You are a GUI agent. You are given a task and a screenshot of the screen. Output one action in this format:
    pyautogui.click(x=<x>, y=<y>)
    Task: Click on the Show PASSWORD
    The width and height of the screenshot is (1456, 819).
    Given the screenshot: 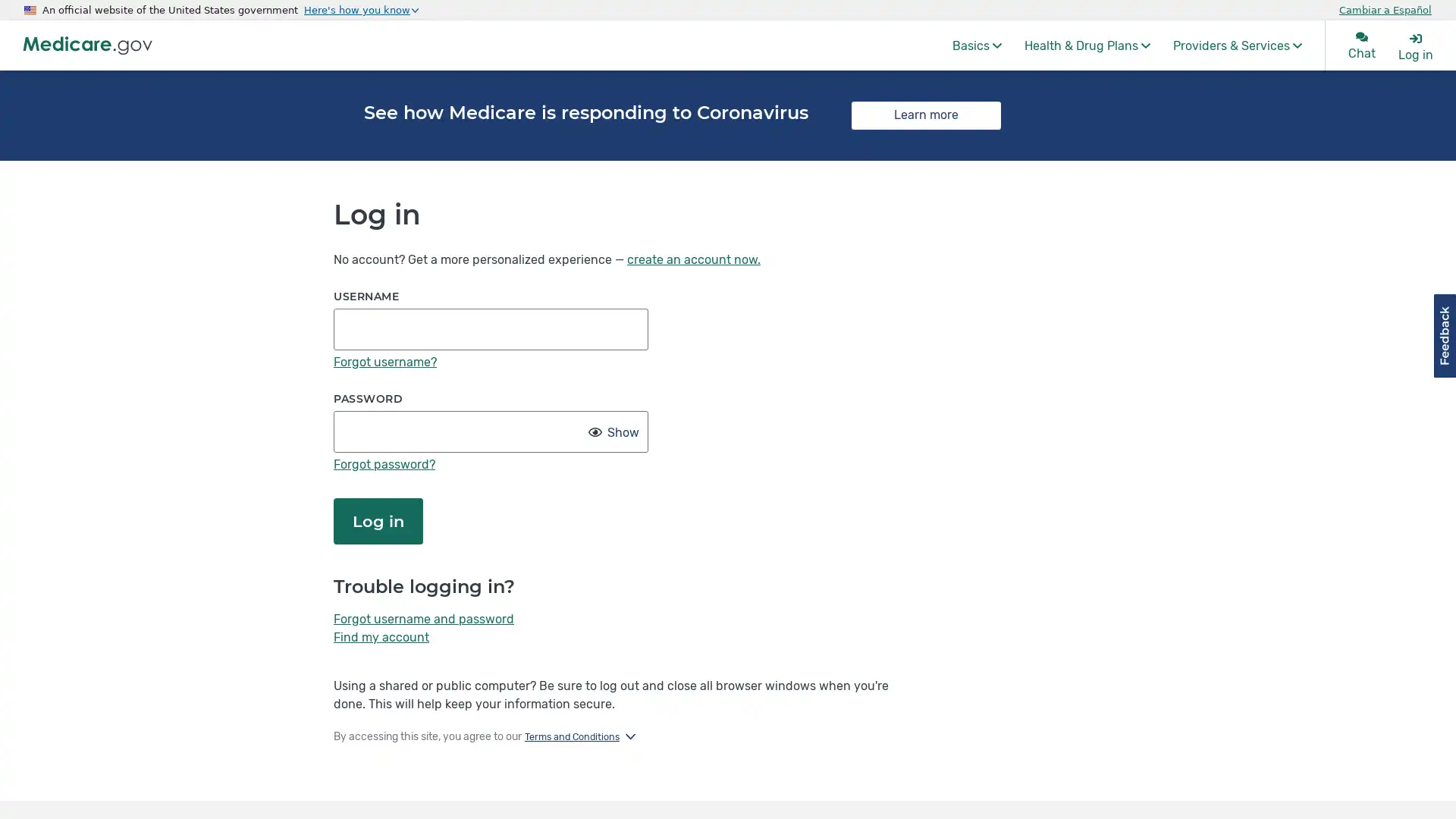 What is the action you would take?
    pyautogui.click(x=621, y=432)
    